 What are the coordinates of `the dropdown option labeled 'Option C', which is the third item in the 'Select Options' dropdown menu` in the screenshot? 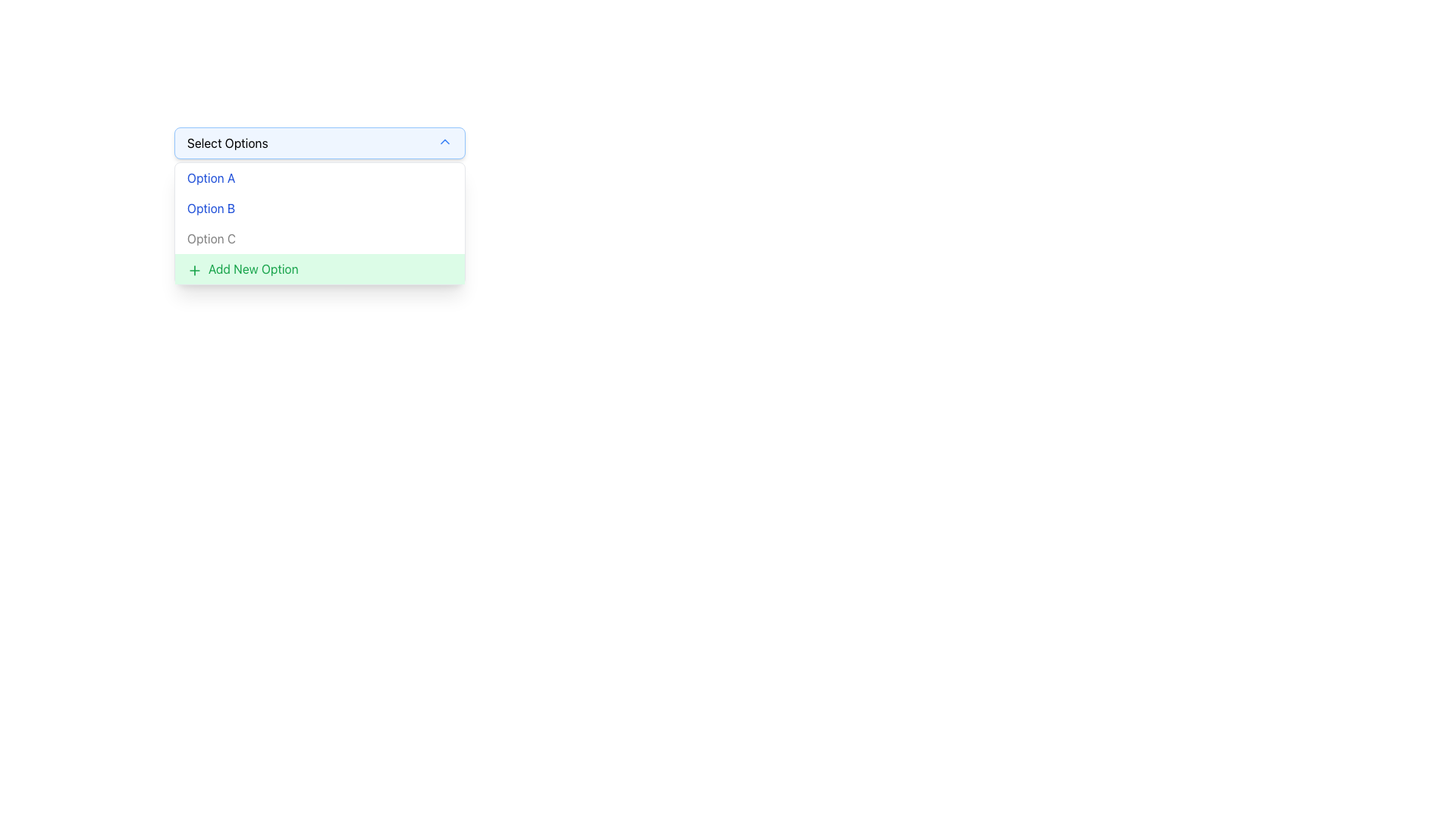 It's located at (210, 239).